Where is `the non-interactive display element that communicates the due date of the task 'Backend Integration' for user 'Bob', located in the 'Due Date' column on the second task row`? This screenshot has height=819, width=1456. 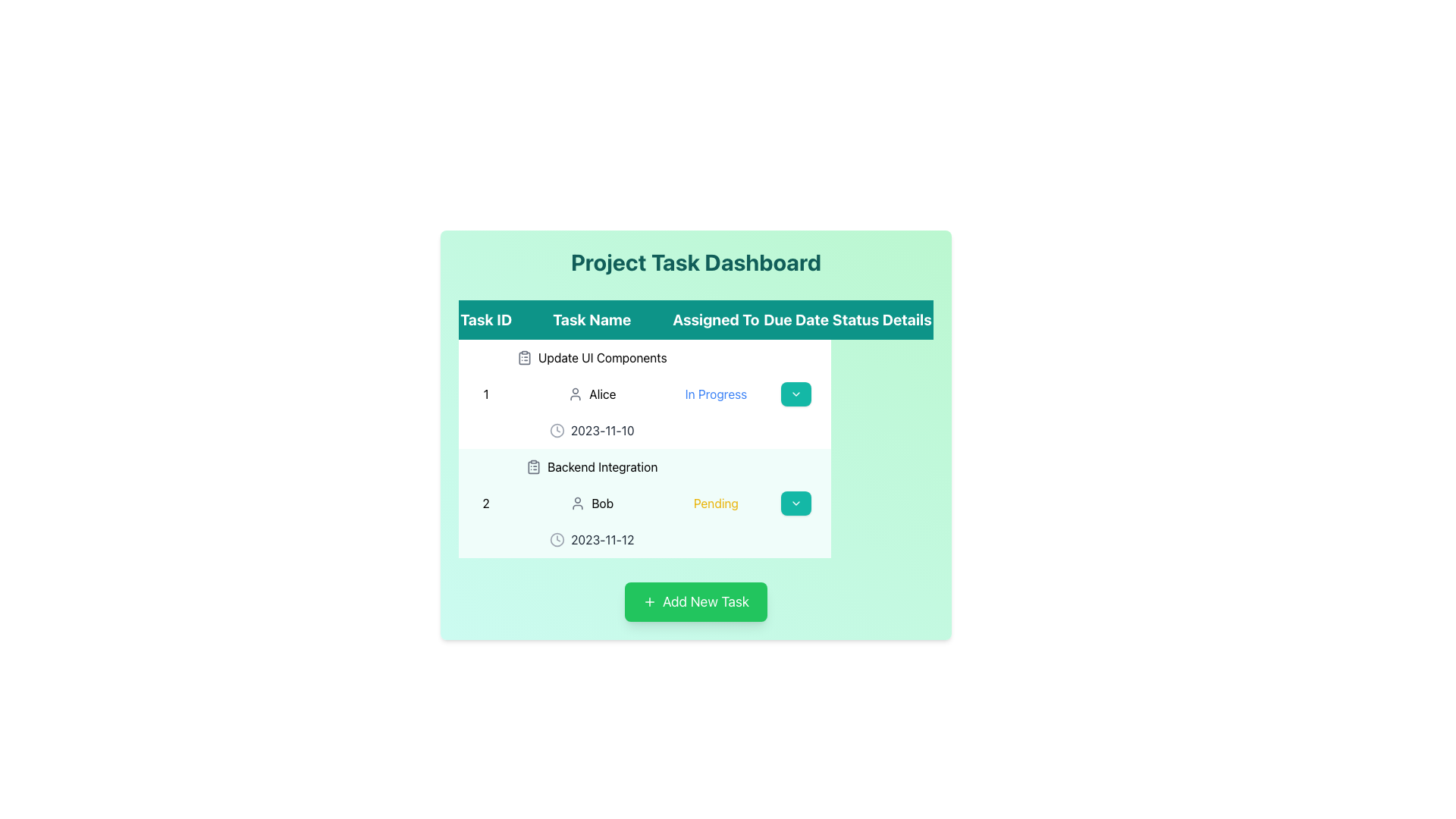
the non-interactive display element that communicates the due date of the task 'Backend Integration' for user 'Bob', located in the 'Due Date' column on the second task row is located at coordinates (591, 539).